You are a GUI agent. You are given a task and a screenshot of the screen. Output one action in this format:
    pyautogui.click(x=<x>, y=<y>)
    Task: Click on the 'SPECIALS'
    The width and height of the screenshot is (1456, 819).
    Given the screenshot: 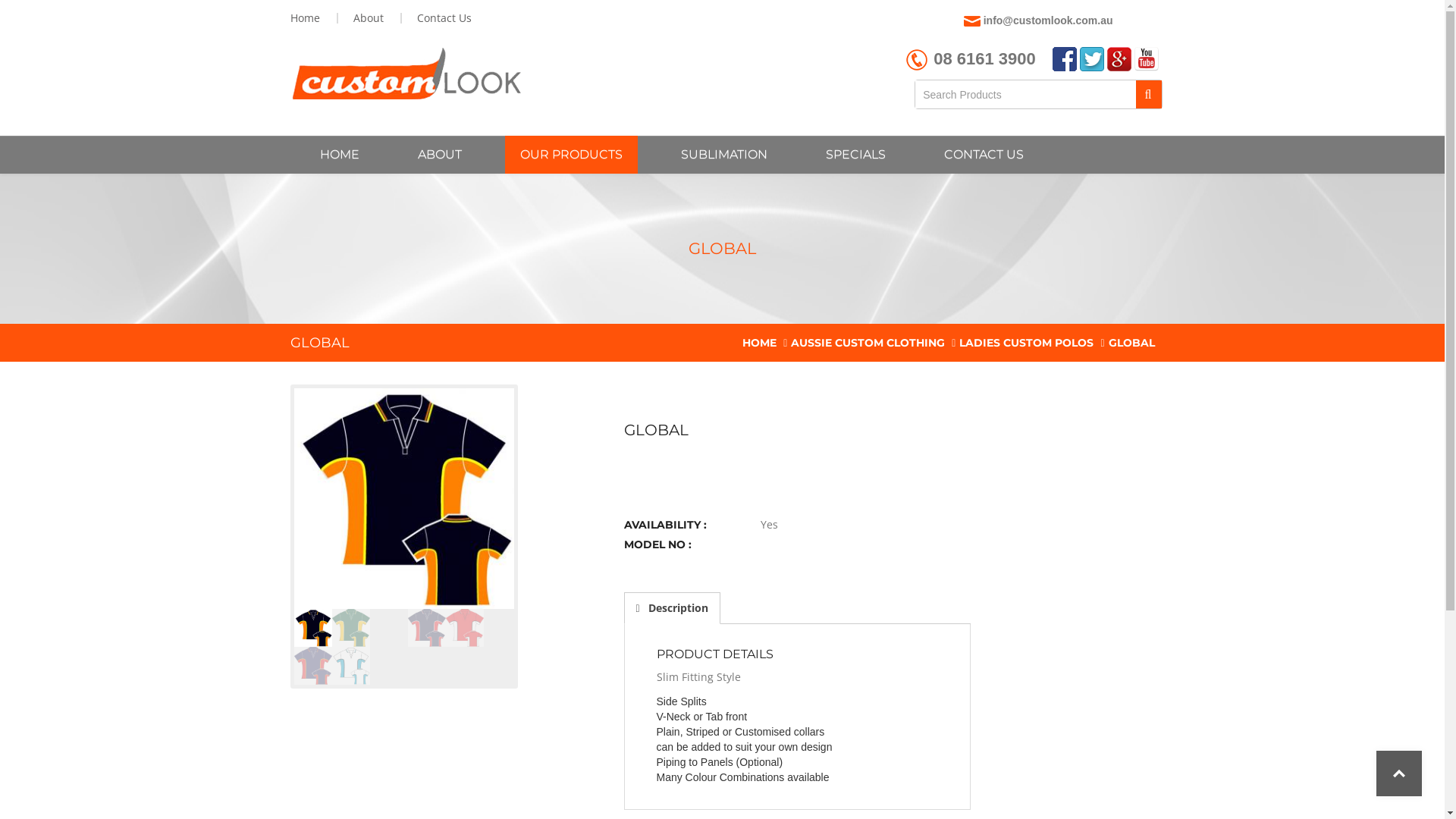 What is the action you would take?
    pyautogui.click(x=855, y=155)
    